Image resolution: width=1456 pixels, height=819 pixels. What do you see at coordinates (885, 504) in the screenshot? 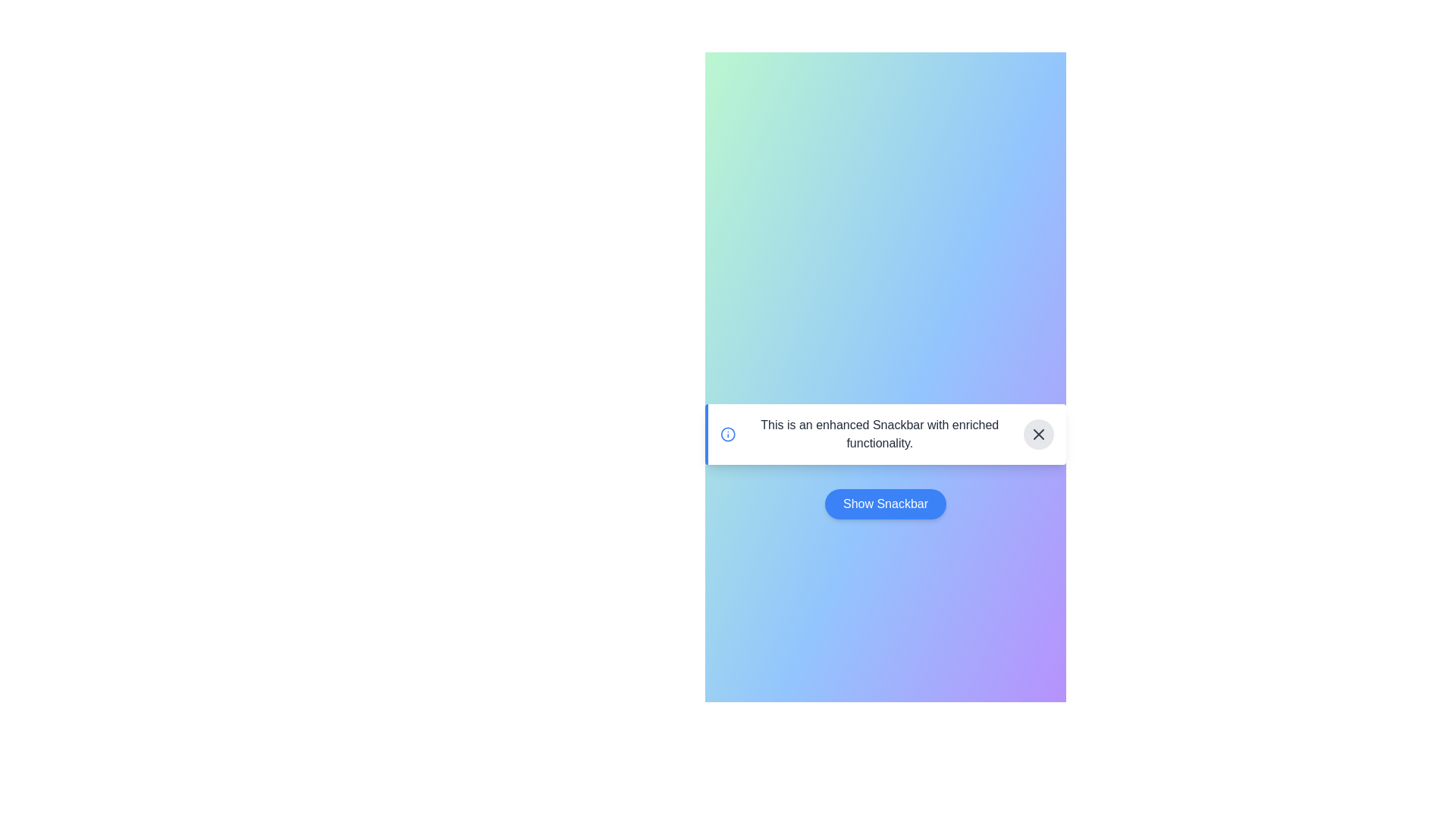
I see `the button at the bottom center of the layout to trigger visual feedback before it displays a snackbar notification` at bounding box center [885, 504].